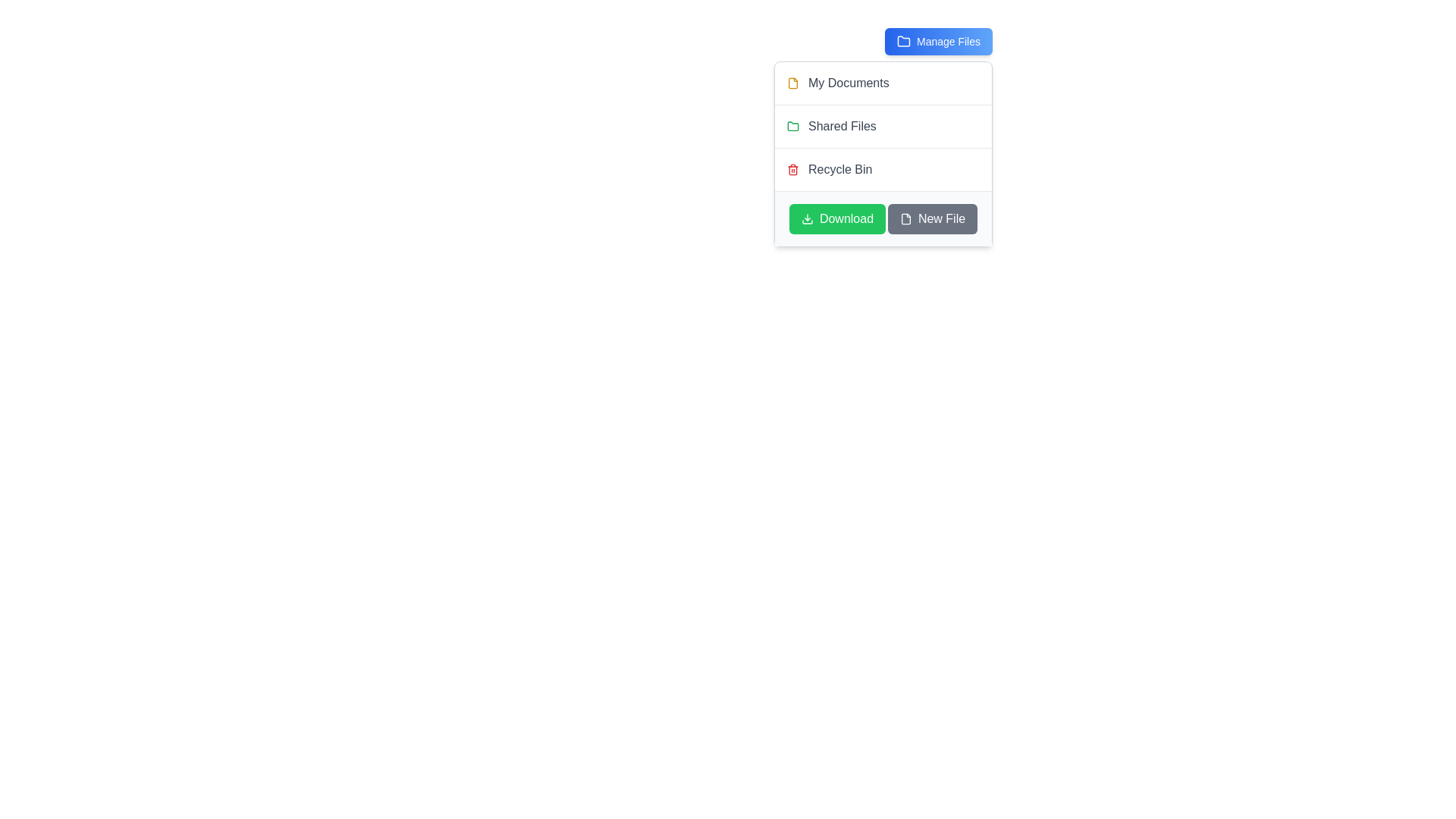  I want to click on the first item in the vertical list that serves as an entry point for accessing the 'My Documents' section, so click(883, 83).